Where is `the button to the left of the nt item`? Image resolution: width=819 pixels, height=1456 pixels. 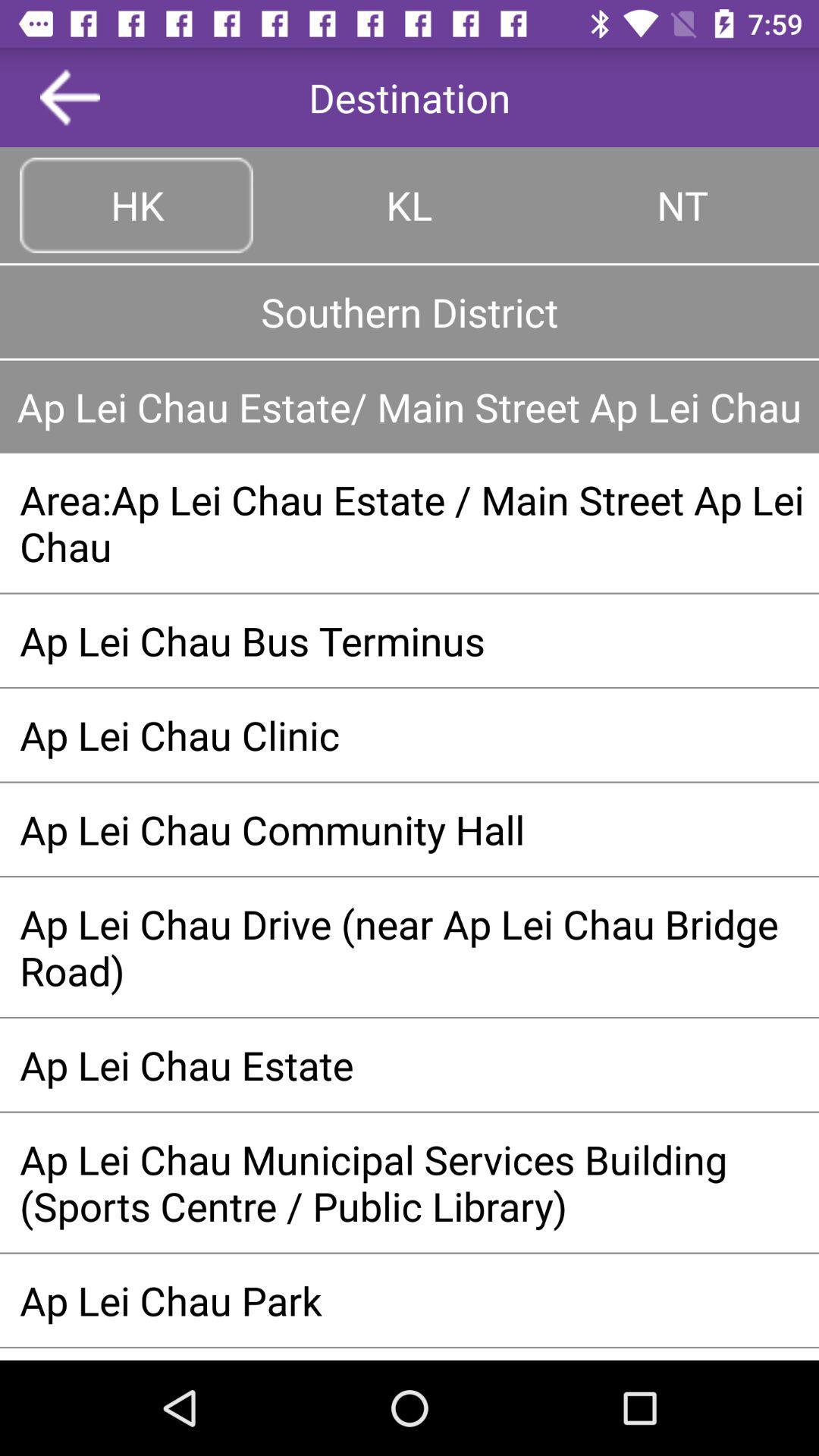
the button to the left of the nt item is located at coordinates (409, 204).